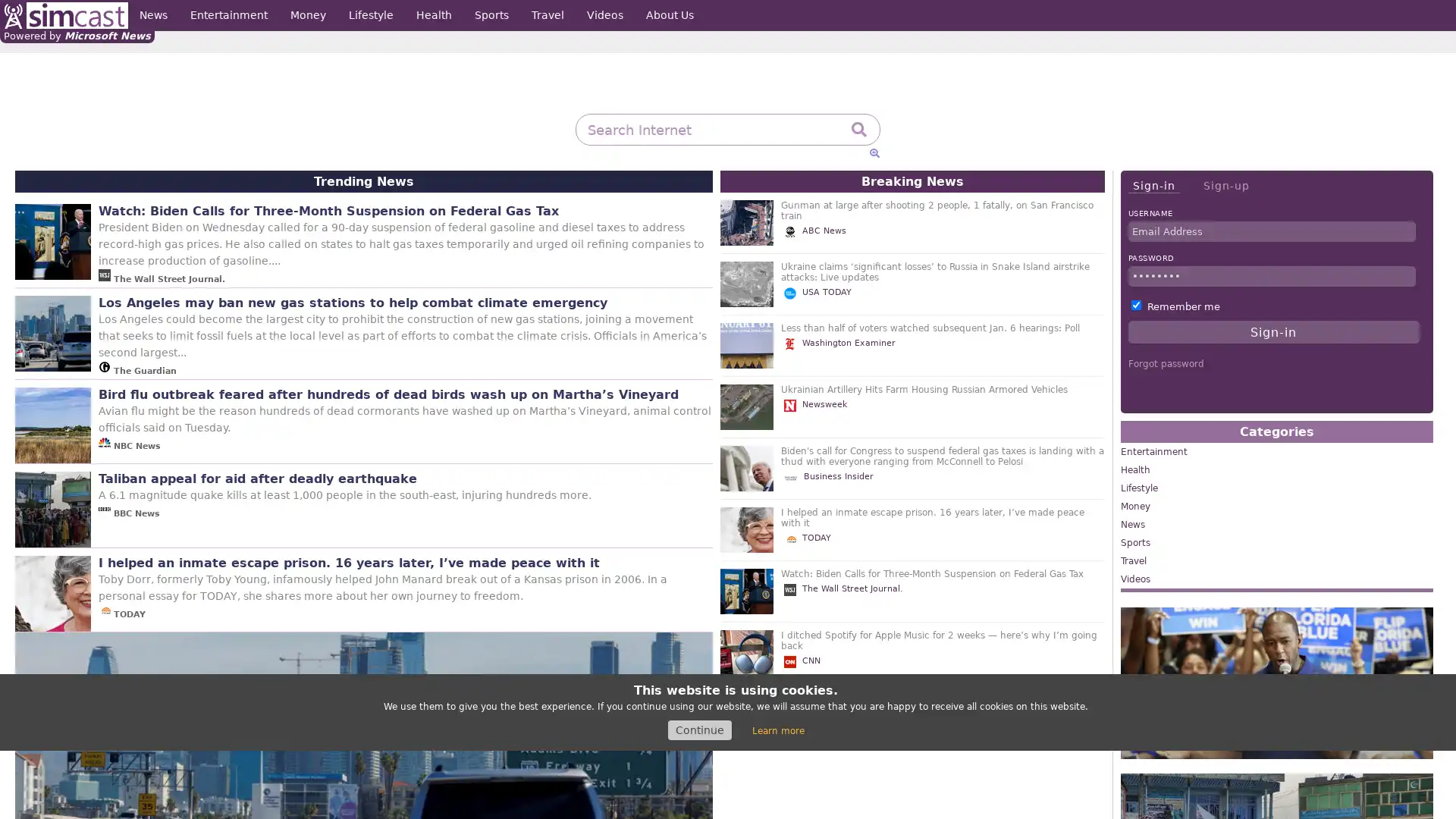 The height and width of the screenshot is (819, 1456). What do you see at coordinates (1153, 185) in the screenshot?
I see `Sign-in` at bounding box center [1153, 185].